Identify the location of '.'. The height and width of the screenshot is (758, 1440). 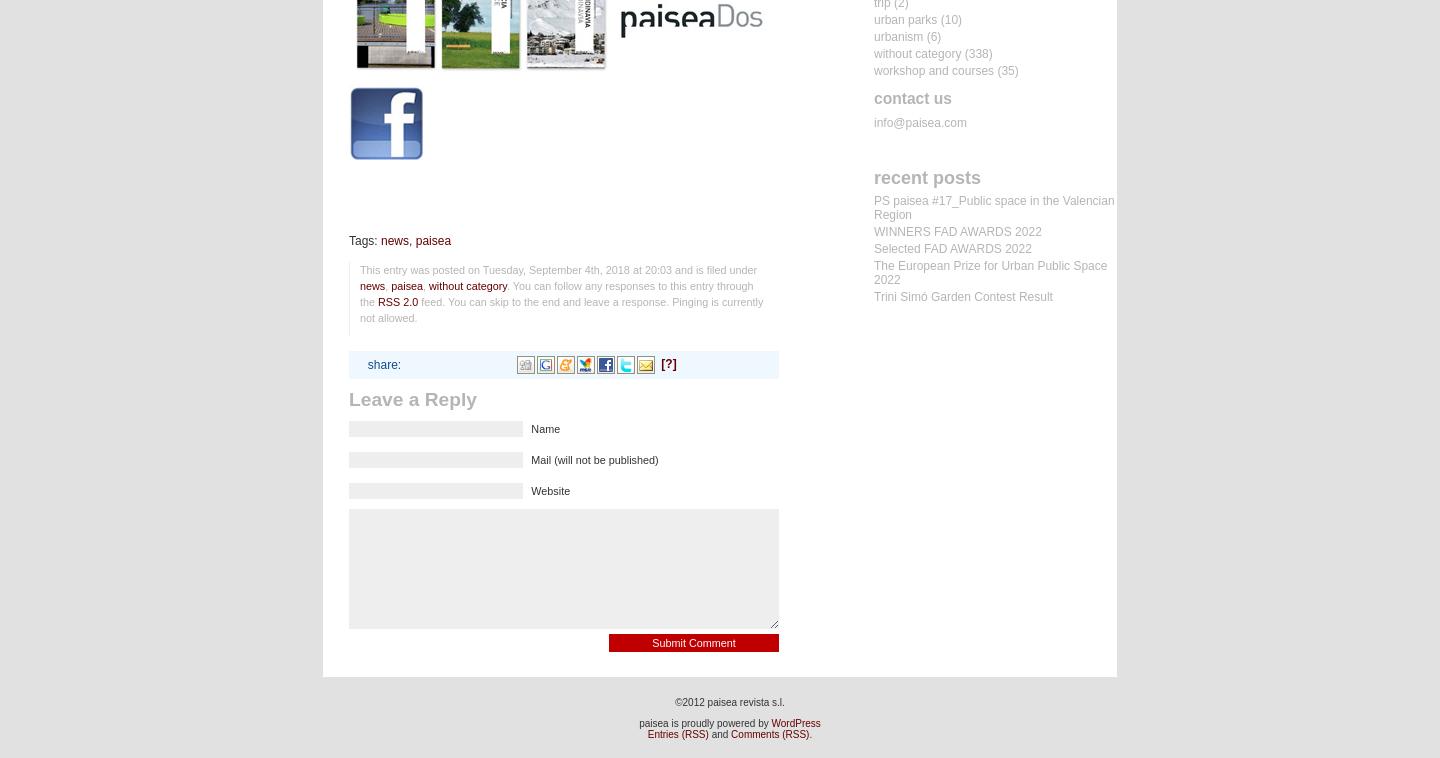
(810, 734).